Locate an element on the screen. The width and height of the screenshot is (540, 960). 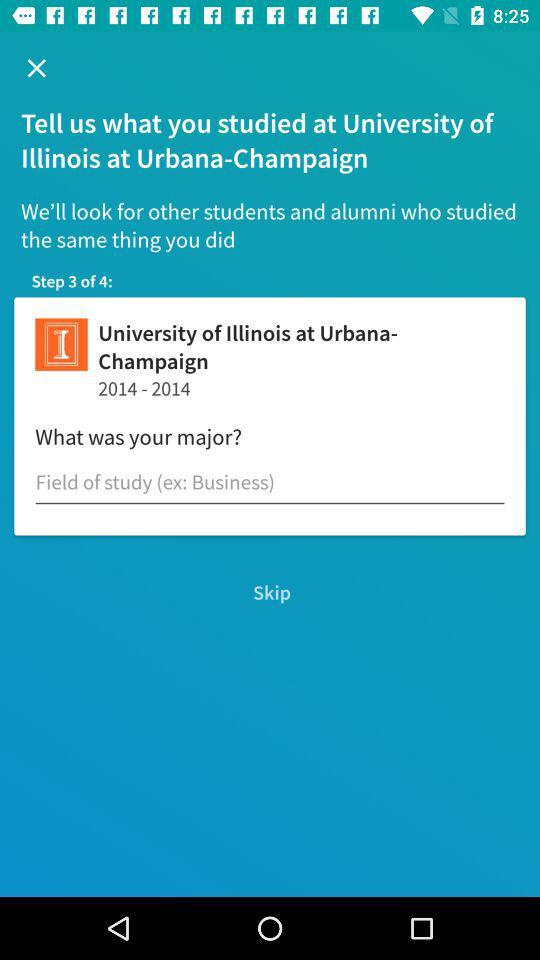
the skip button is located at coordinates (270, 592).